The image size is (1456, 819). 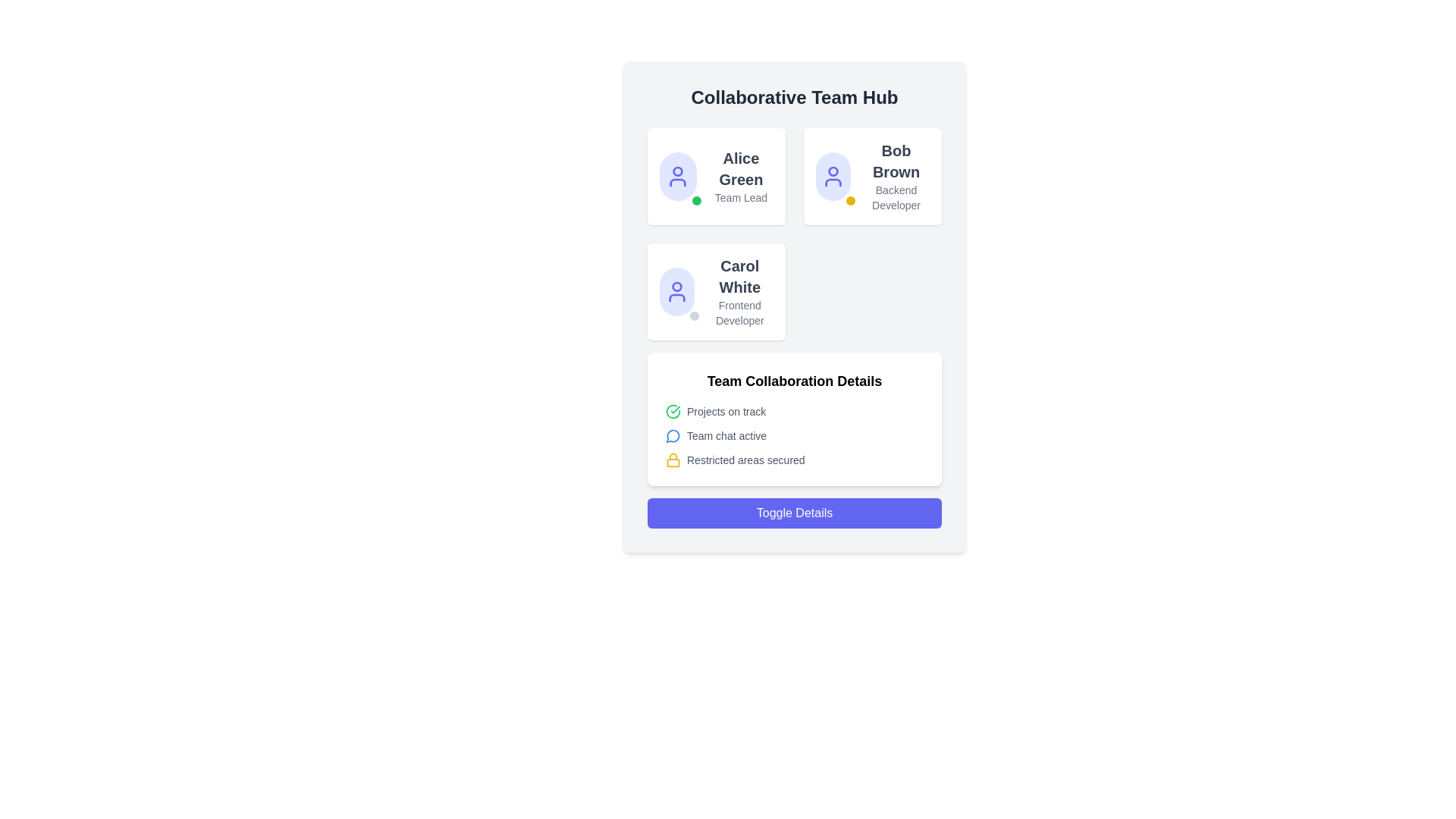 I want to click on the user avatar icon representing 'Carol White', located at the top-left corner of the card in the 'Collaborative Team Hub' panel, so click(x=676, y=292).